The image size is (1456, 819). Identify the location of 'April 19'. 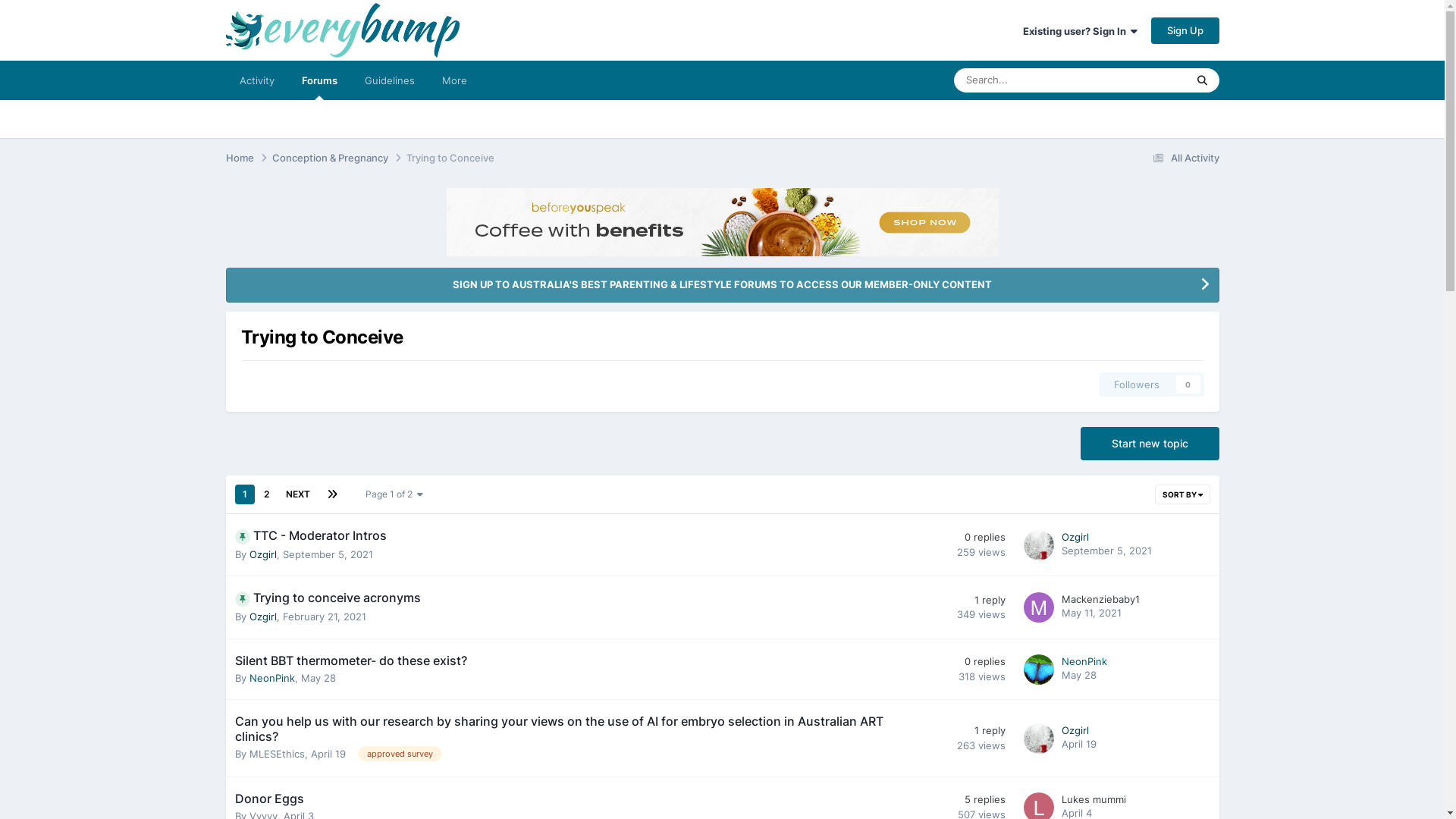
(1078, 742).